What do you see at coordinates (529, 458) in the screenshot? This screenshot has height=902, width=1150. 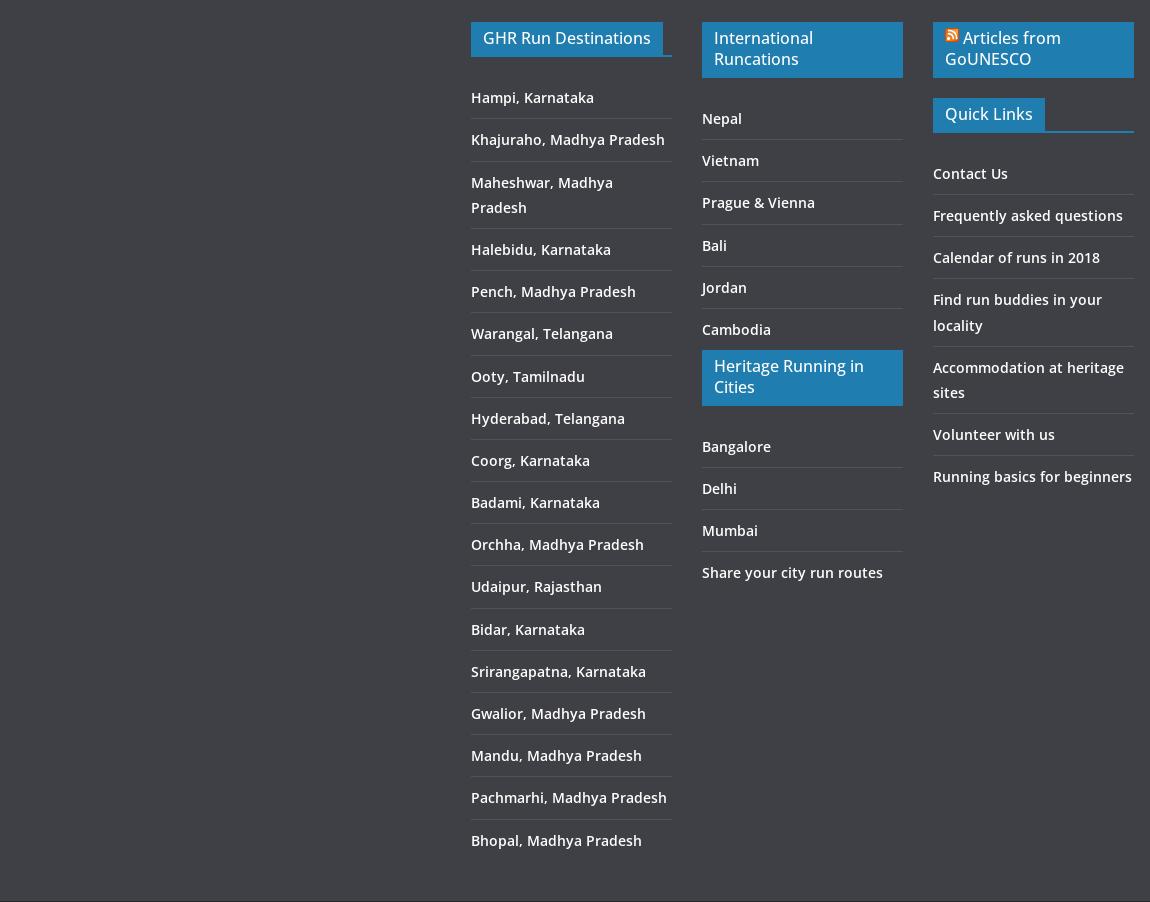 I see `'Coorg, Karnataka'` at bounding box center [529, 458].